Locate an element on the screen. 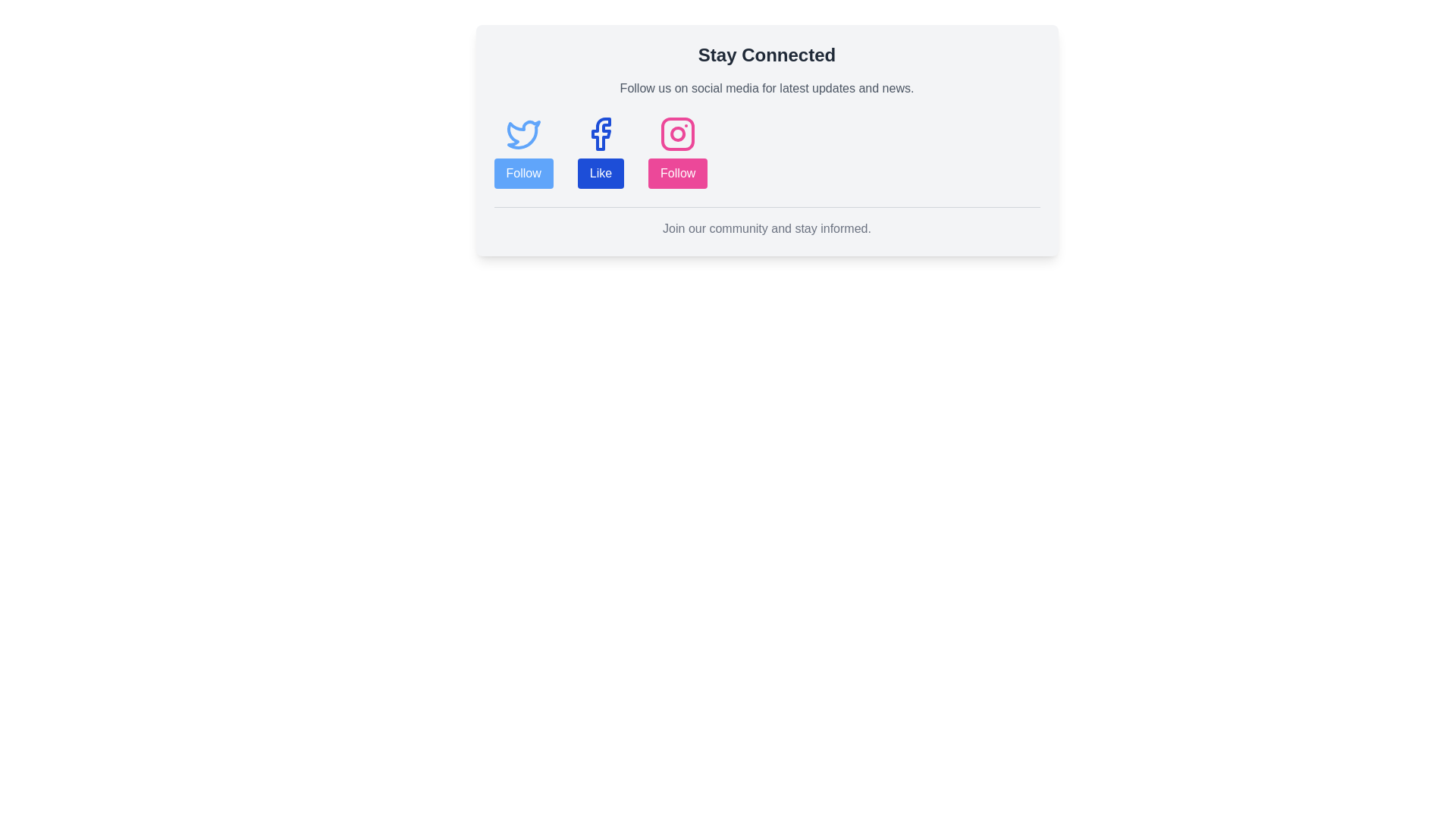 Image resolution: width=1456 pixels, height=819 pixels. the circular geometric figure that represents the camera lens area of the Instagram icon is located at coordinates (677, 133).